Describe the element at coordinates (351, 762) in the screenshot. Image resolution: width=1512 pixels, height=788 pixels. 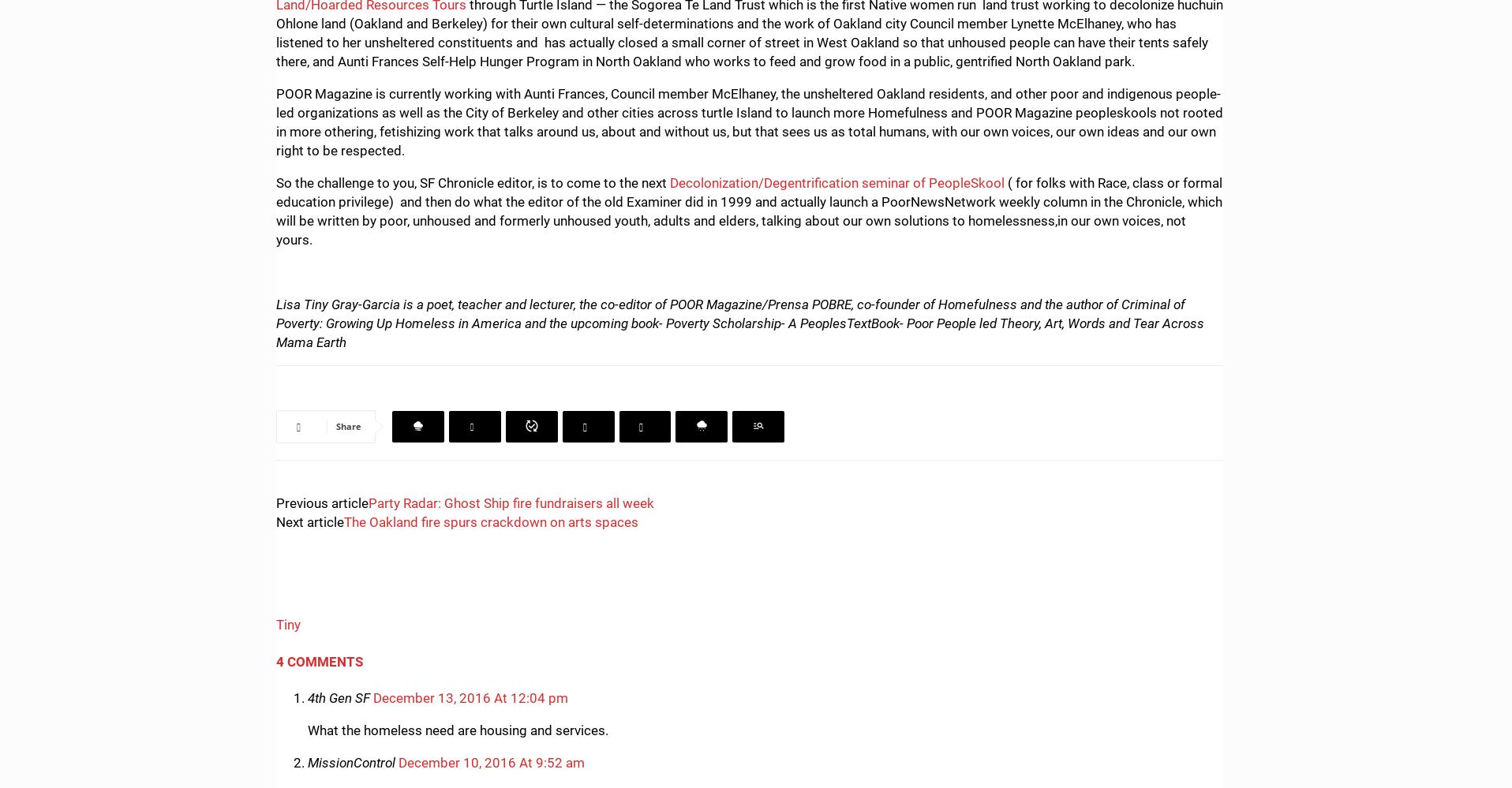
I see `'MissionControl'` at that location.